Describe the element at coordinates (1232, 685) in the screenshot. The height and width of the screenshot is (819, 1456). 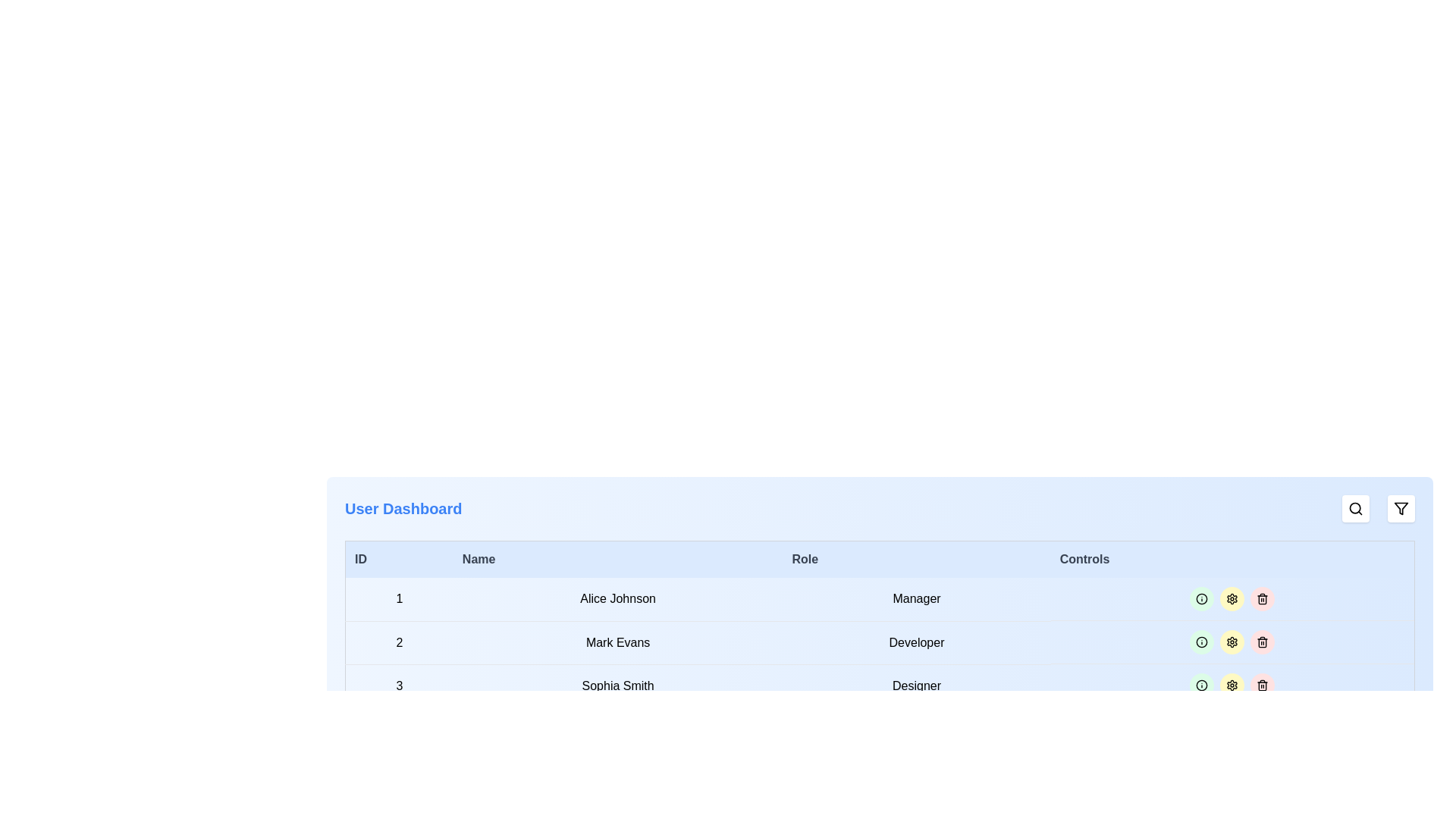
I see `the third button in the 'Controls' column of the user dashboard table` at that location.